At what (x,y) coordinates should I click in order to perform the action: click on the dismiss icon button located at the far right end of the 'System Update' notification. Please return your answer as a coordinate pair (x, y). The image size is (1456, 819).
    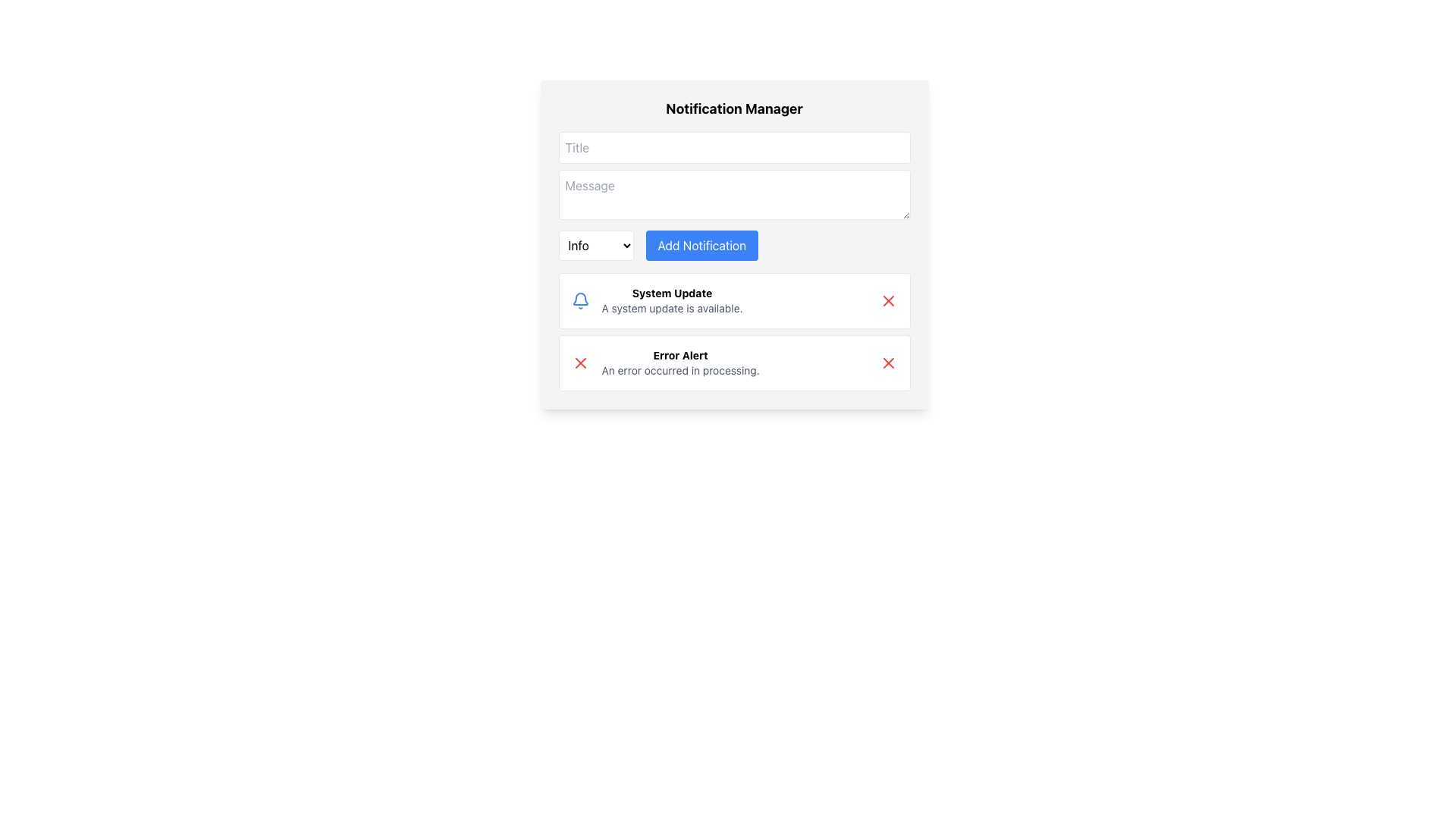
    Looking at the image, I should click on (888, 301).